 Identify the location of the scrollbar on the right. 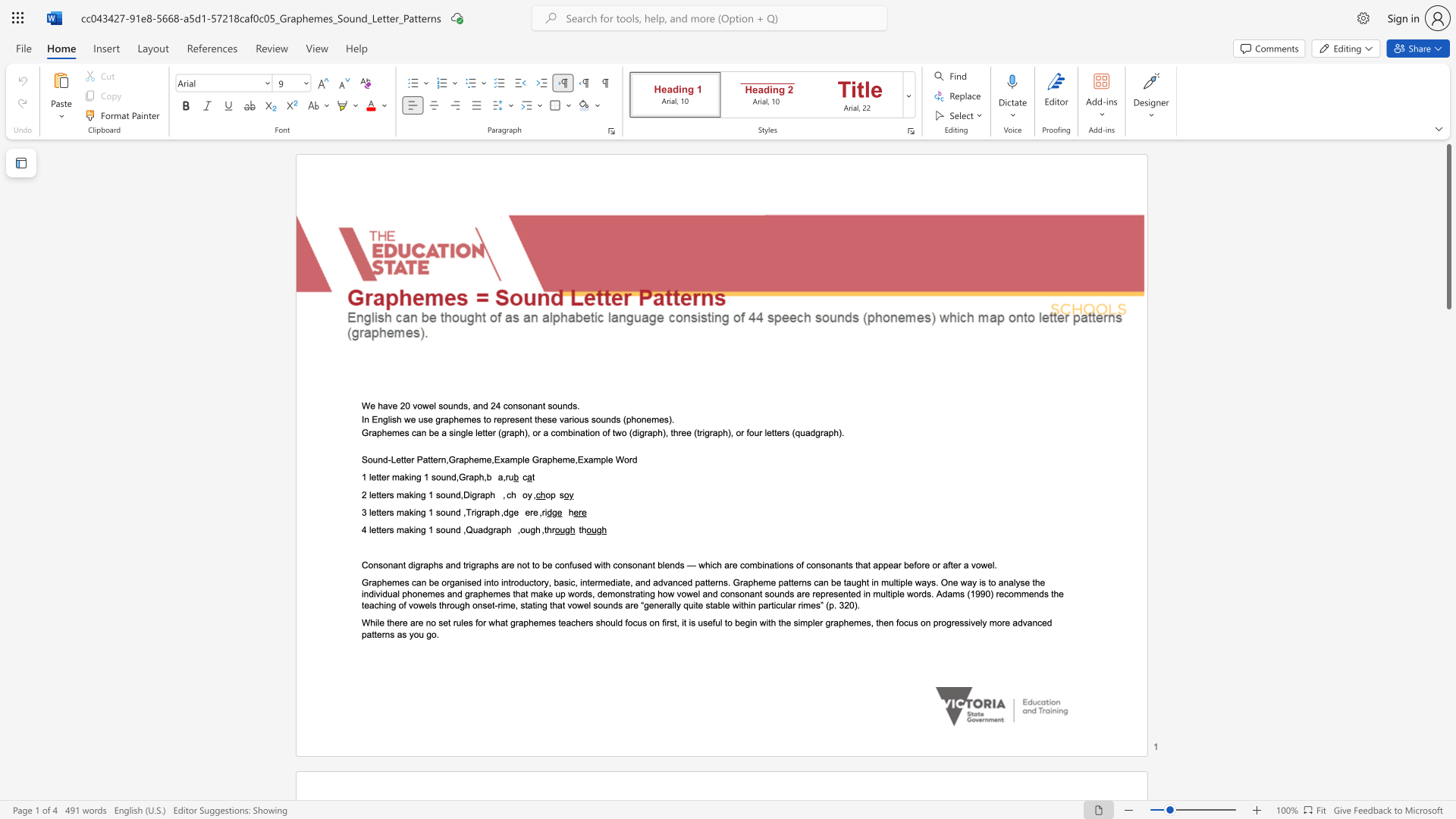
(1448, 622).